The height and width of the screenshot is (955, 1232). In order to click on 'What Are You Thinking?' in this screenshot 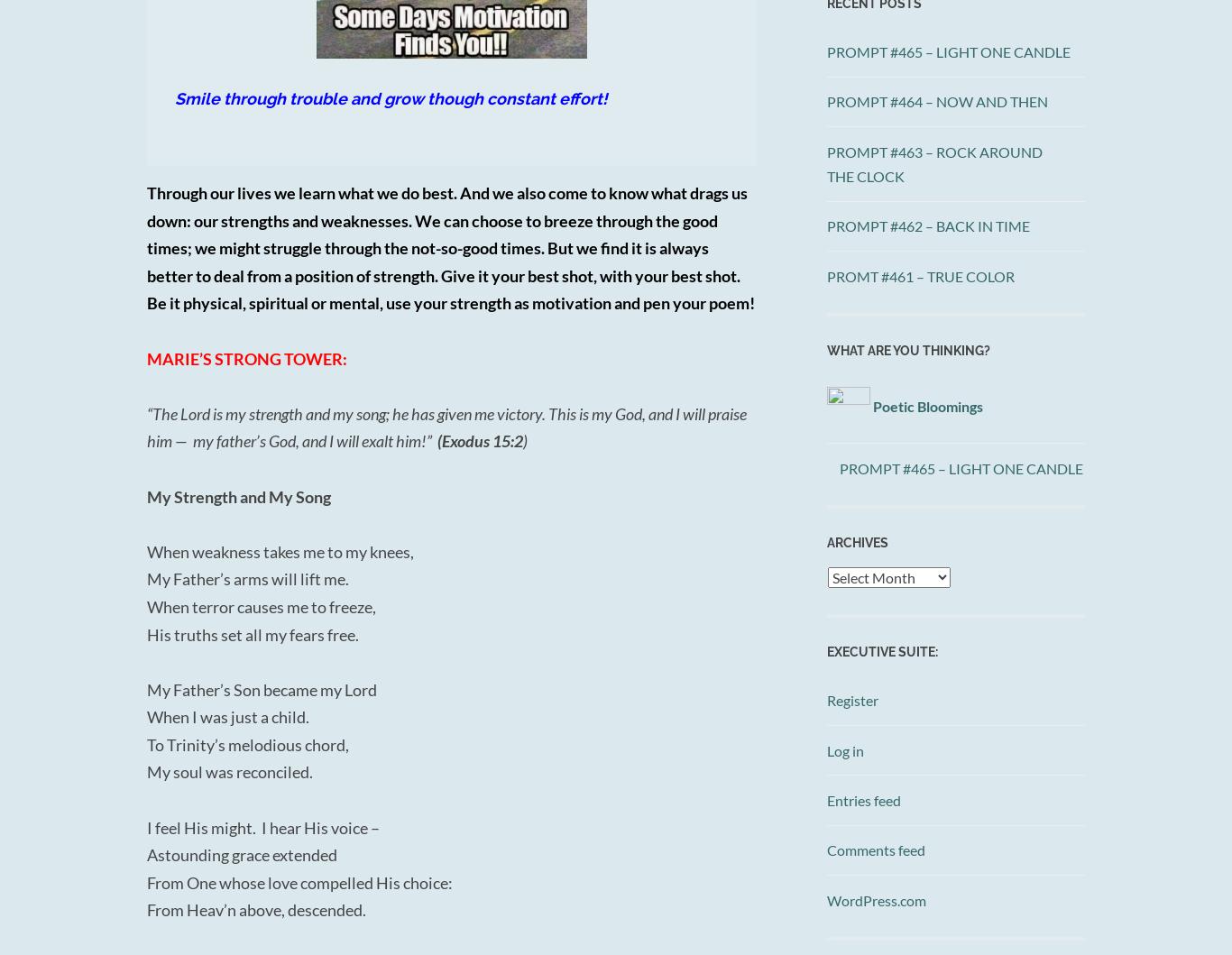, I will do `click(908, 349)`.